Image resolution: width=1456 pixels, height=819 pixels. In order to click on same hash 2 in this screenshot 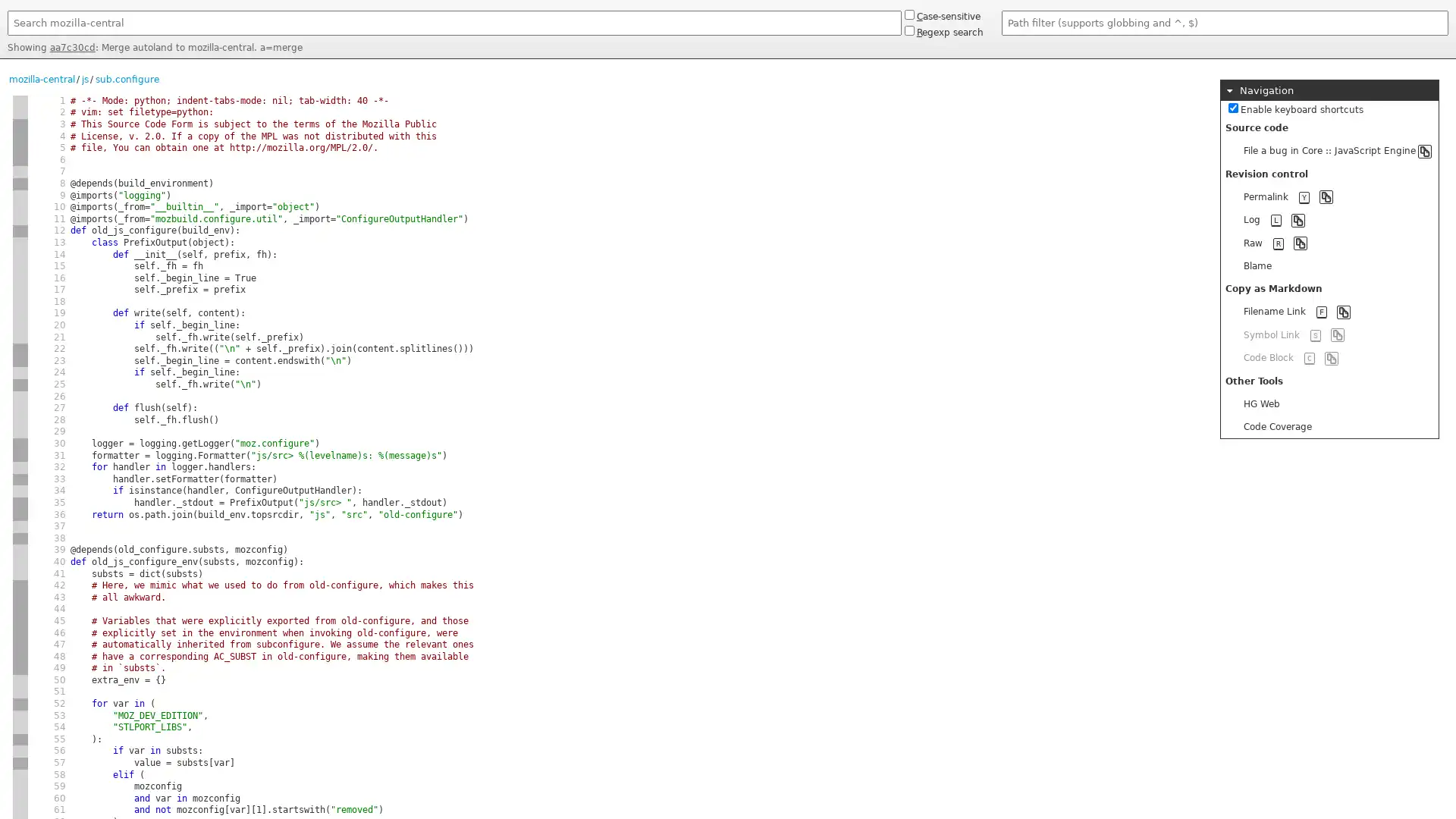, I will do `click(20, 136)`.